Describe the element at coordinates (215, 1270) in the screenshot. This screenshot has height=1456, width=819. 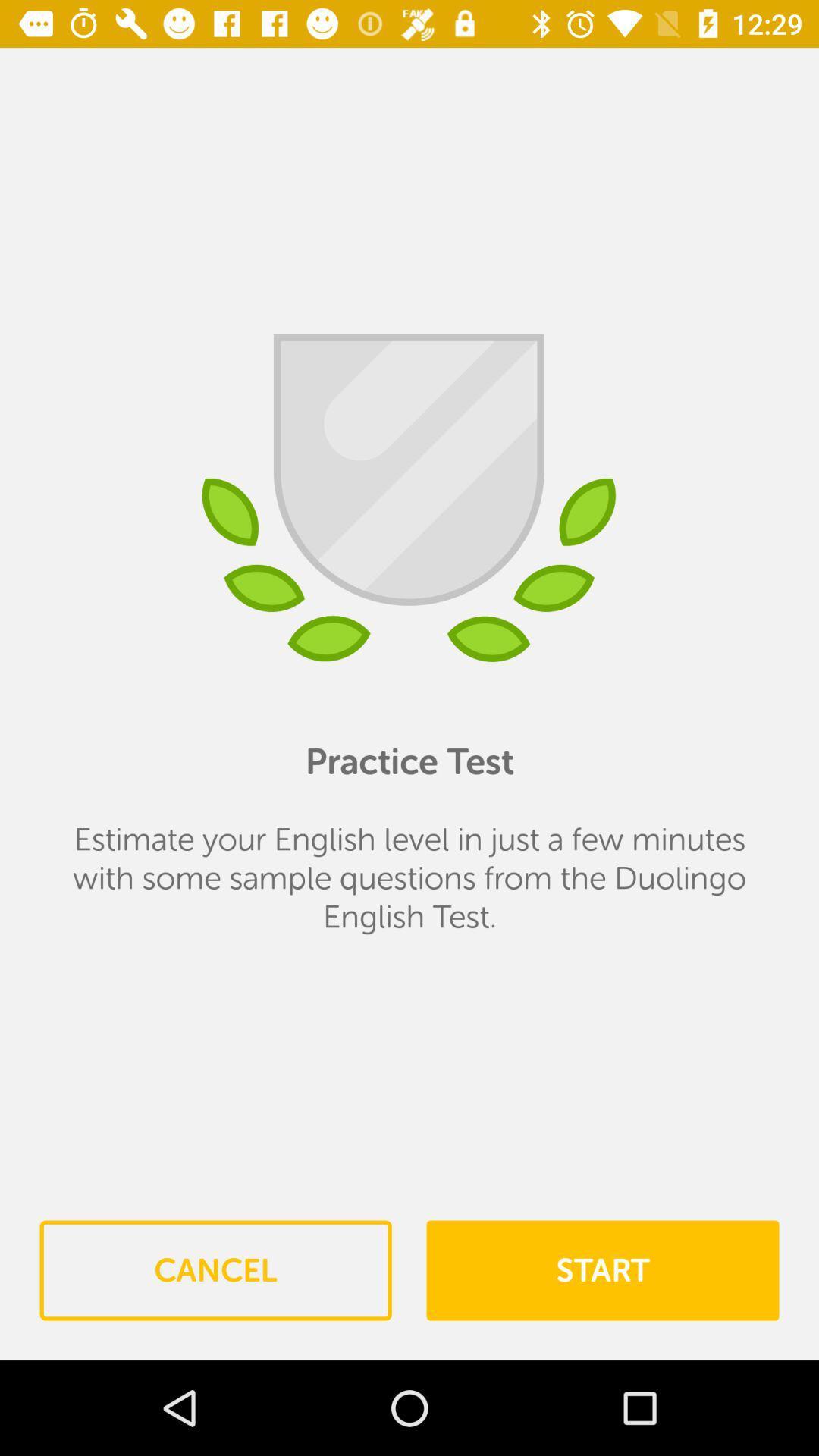
I see `the icon below the estimate your english` at that location.